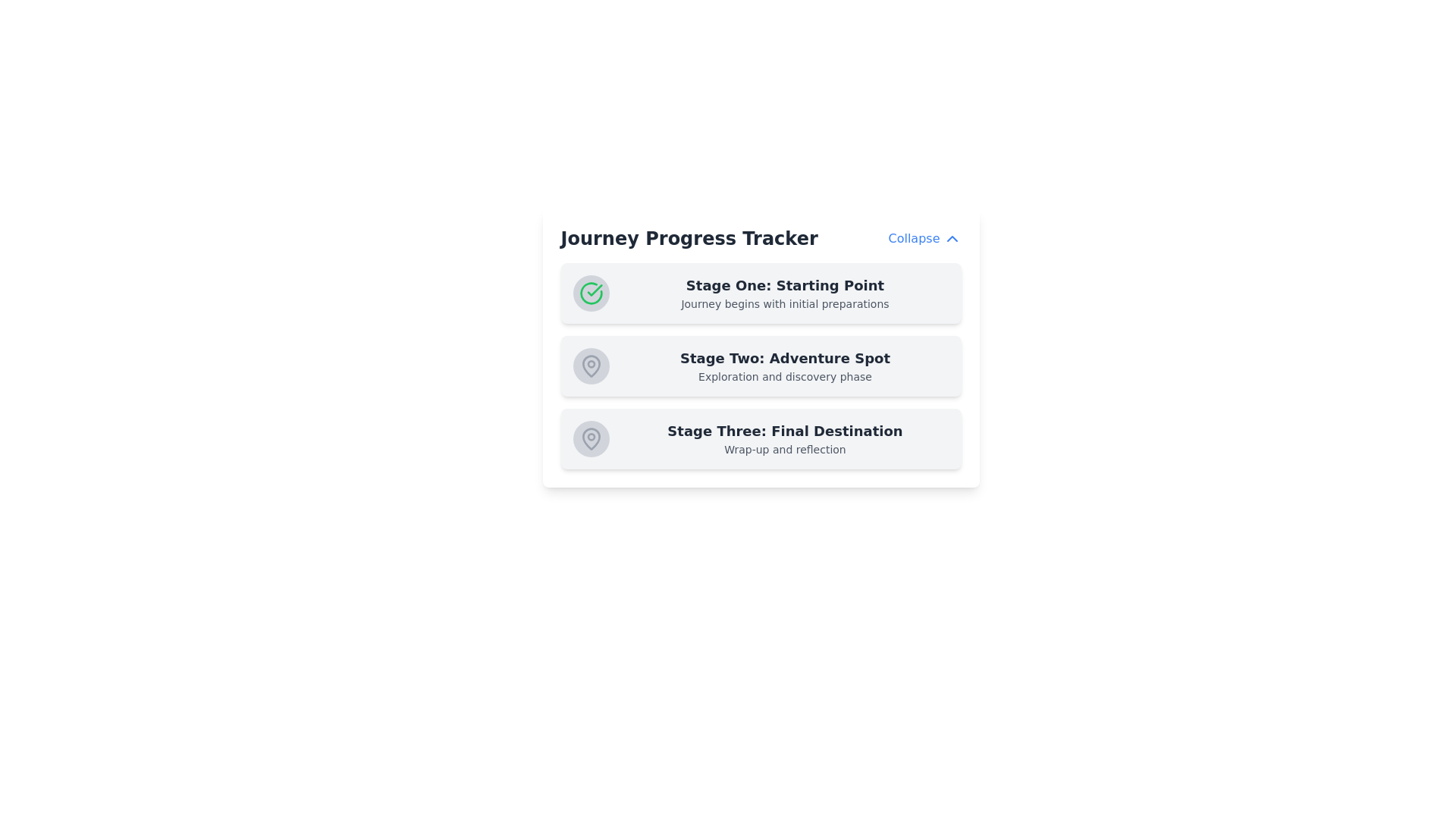 The image size is (1456, 819). I want to click on text content of the second informational card in the 'Journey Progress Tracker' section, which provides details about the second stage of a journey, so click(761, 366).